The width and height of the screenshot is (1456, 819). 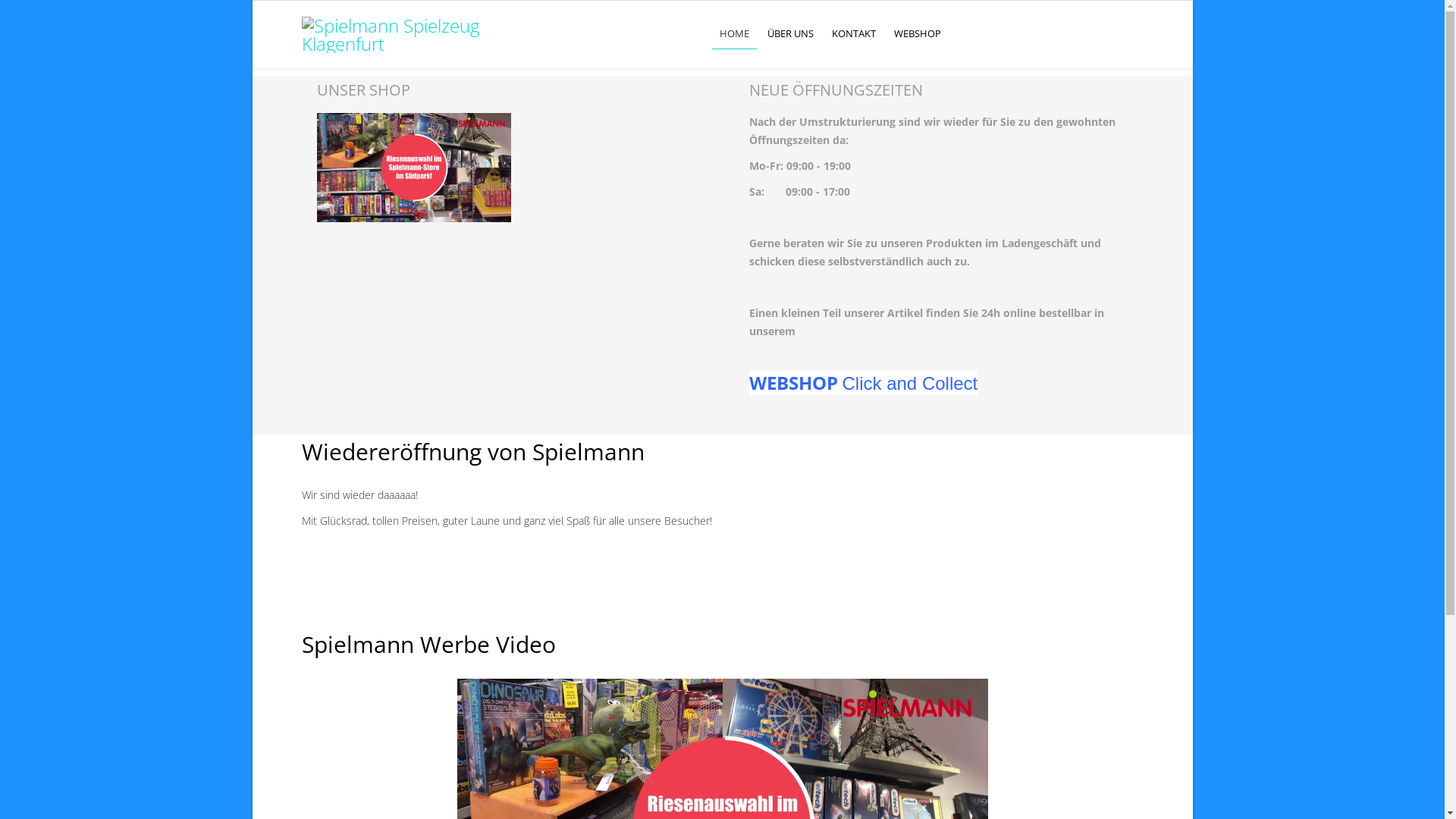 I want to click on 'HOME', so click(x=734, y=33).